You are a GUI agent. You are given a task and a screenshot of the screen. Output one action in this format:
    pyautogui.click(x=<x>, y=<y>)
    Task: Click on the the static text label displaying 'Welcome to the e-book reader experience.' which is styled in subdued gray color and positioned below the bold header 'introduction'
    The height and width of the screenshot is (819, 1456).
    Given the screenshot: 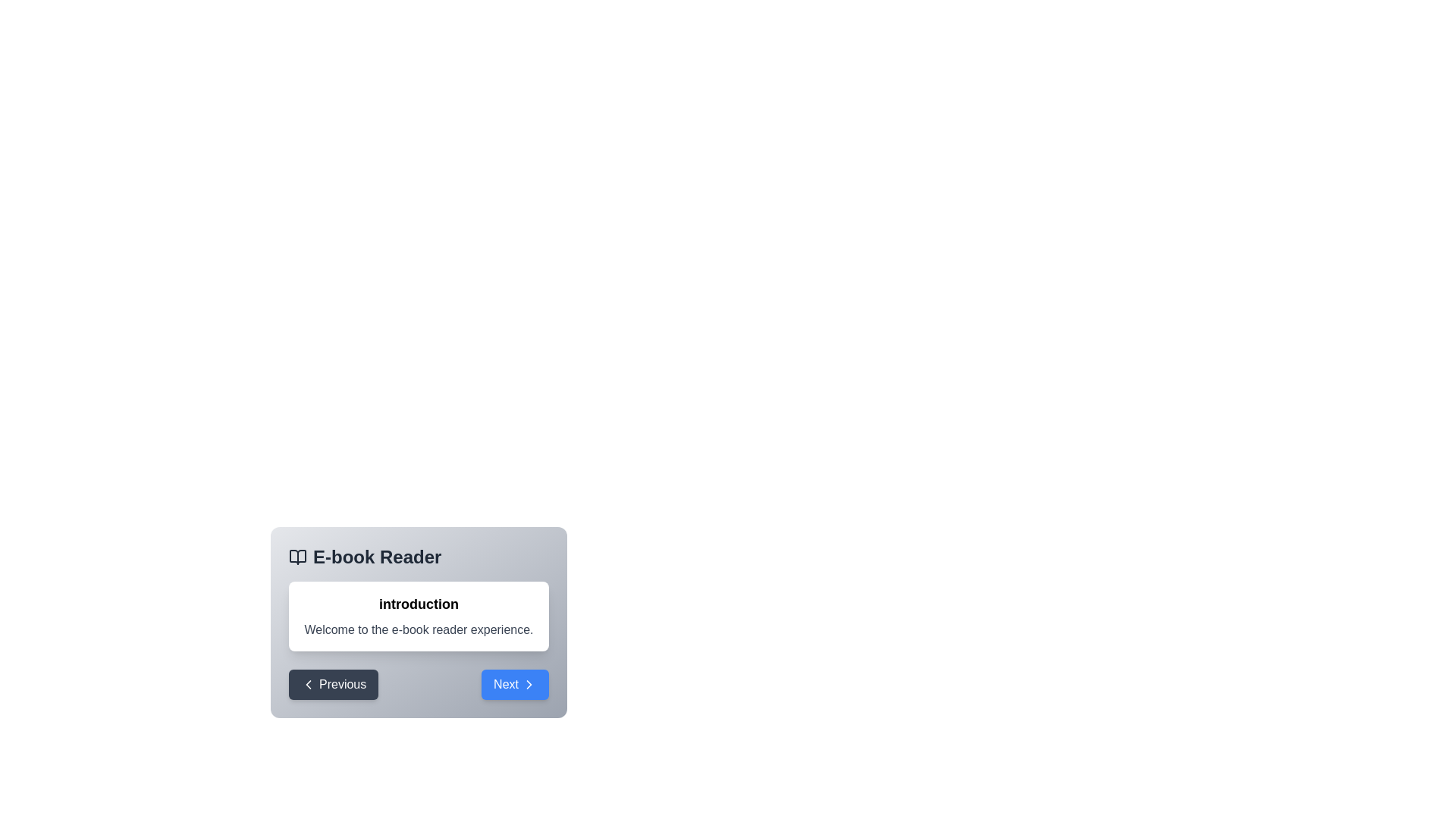 What is the action you would take?
    pyautogui.click(x=419, y=629)
    